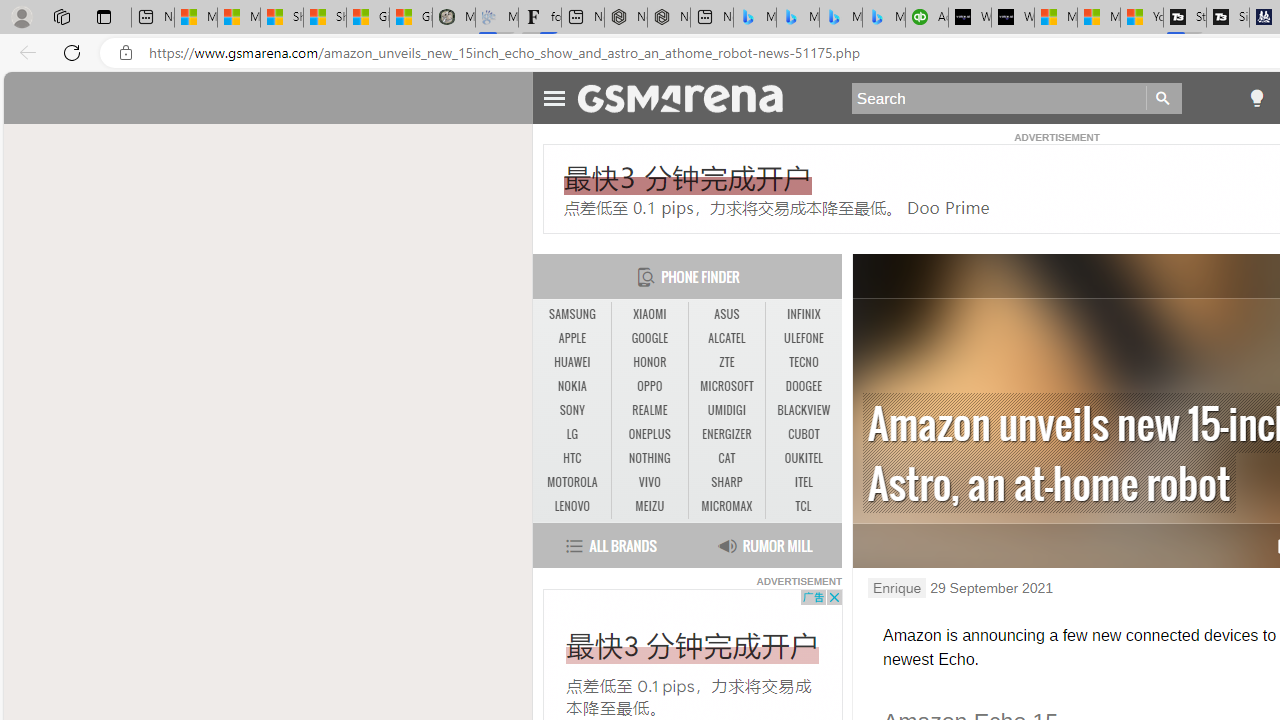 Image resolution: width=1280 pixels, height=720 pixels. I want to click on 'XIAOMI', so click(650, 315).